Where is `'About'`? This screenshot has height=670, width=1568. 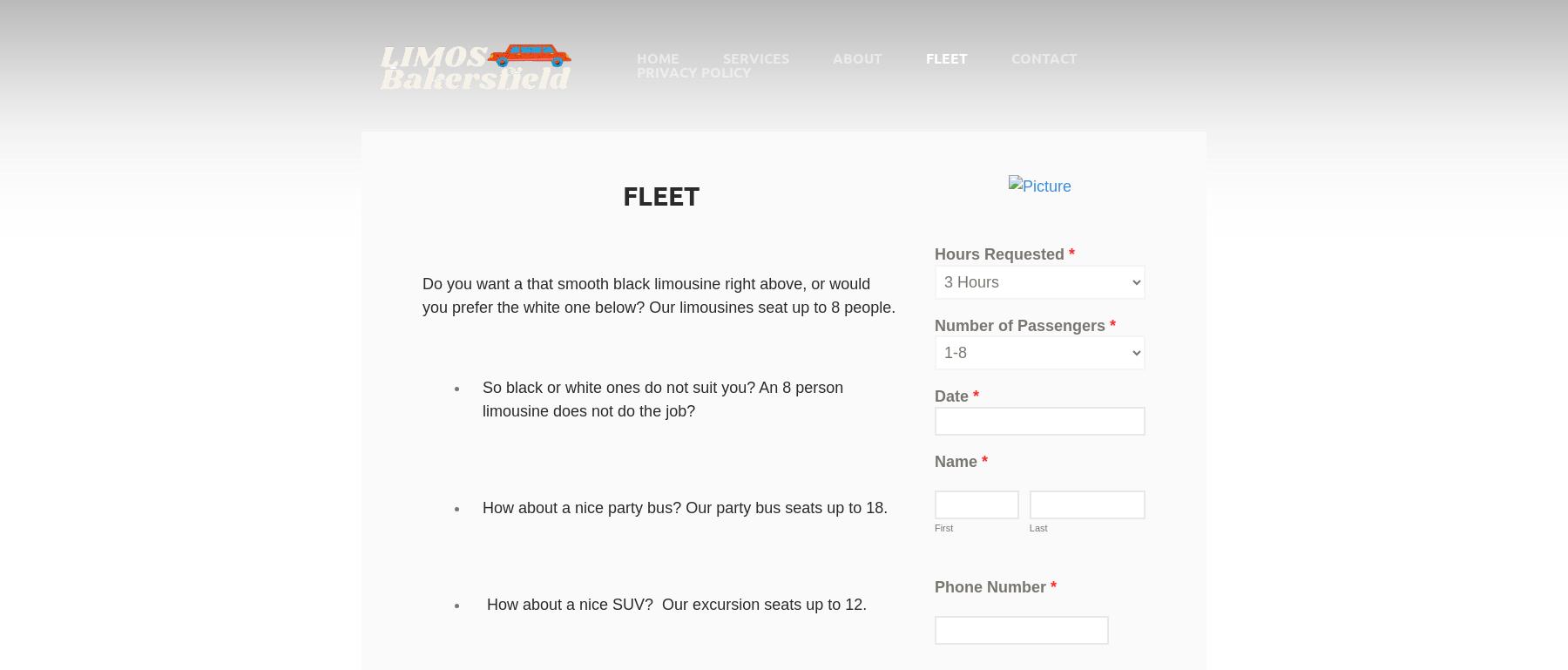
'About' is located at coordinates (856, 57).